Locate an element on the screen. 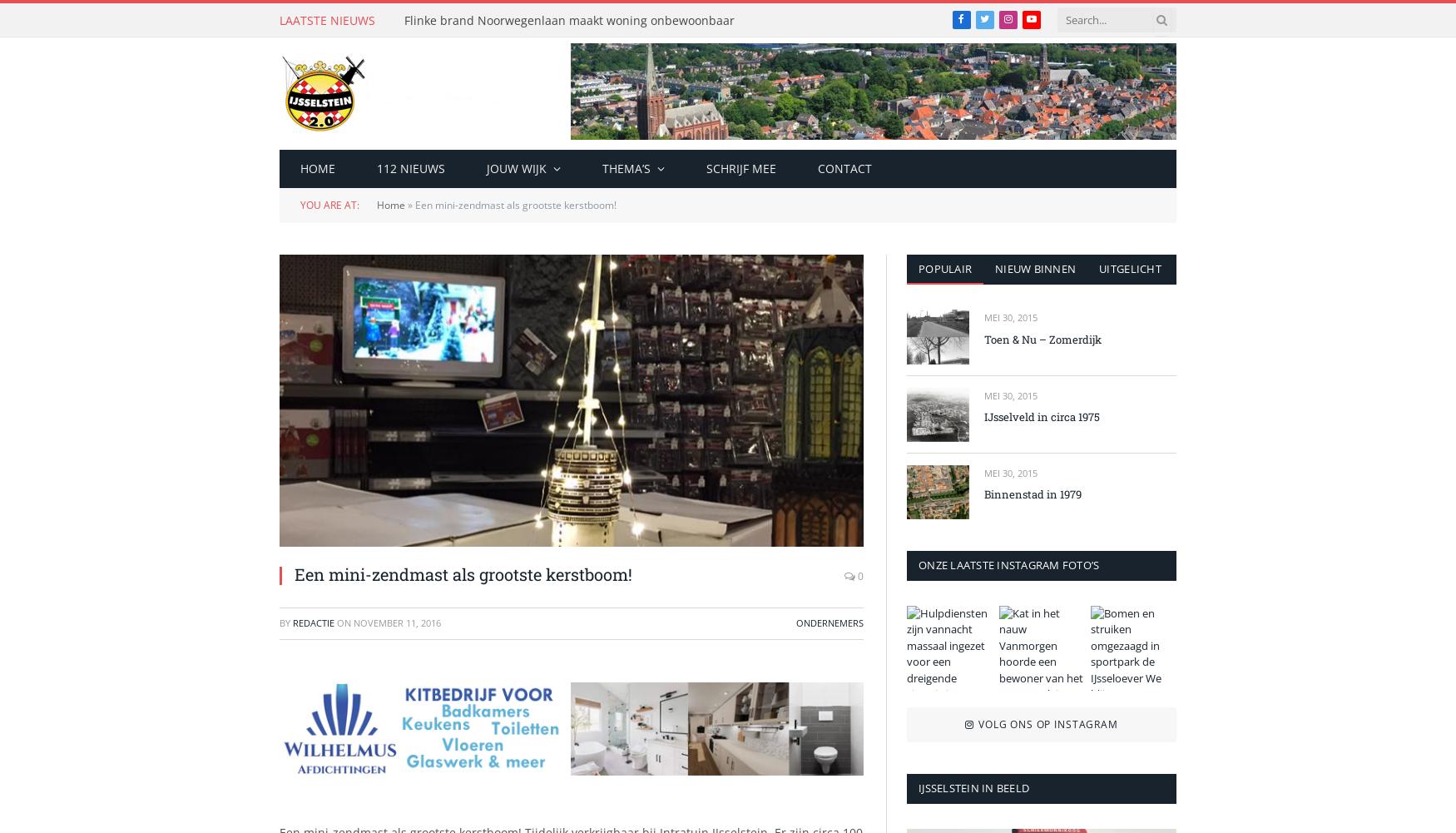 The width and height of the screenshot is (1456, 833). '112 nieuws' is located at coordinates (411, 167).